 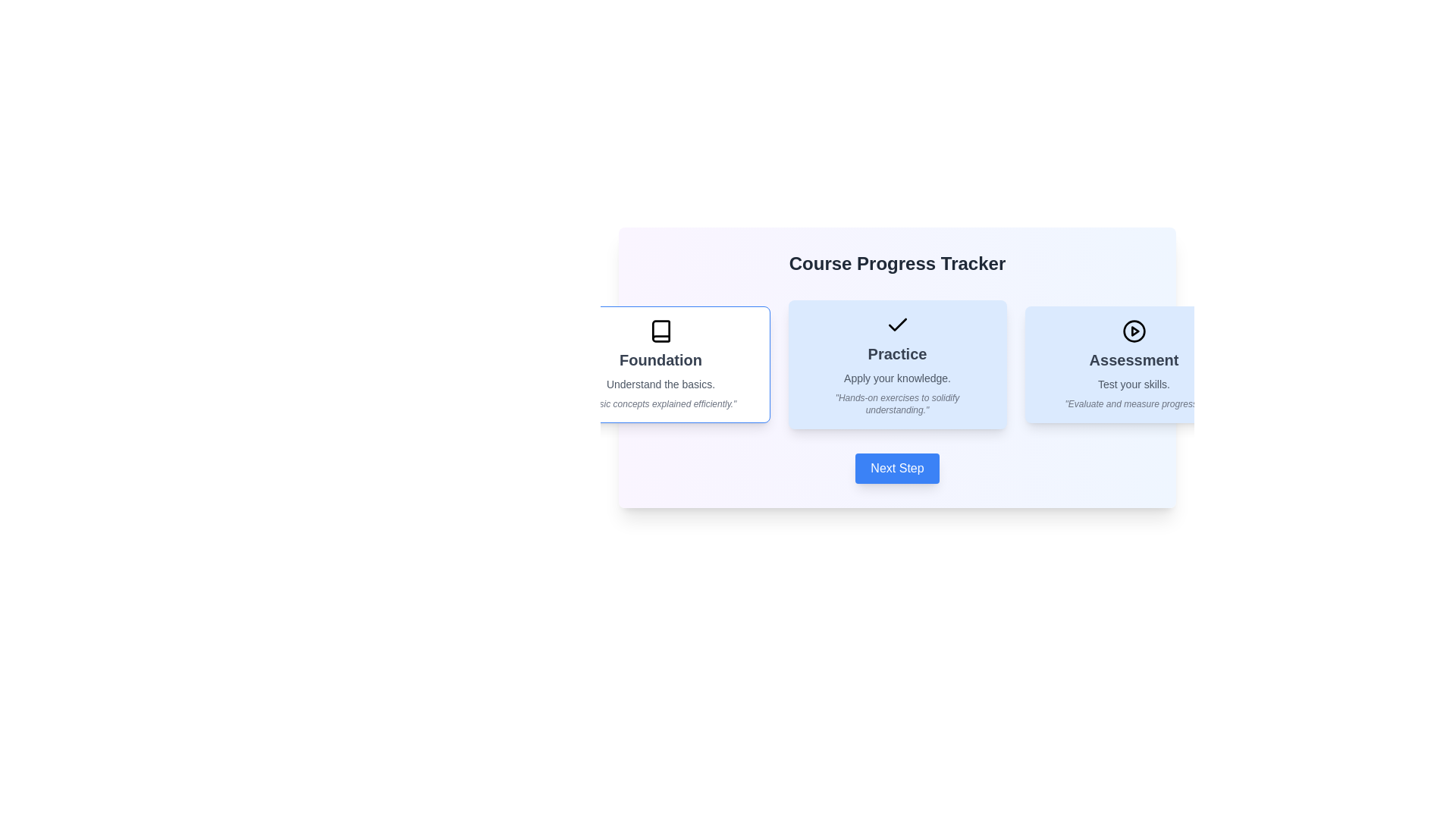 I want to click on the small, square SVG icon representing a book located at the top of the 'Foundation' section, so click(x=661, y=330).